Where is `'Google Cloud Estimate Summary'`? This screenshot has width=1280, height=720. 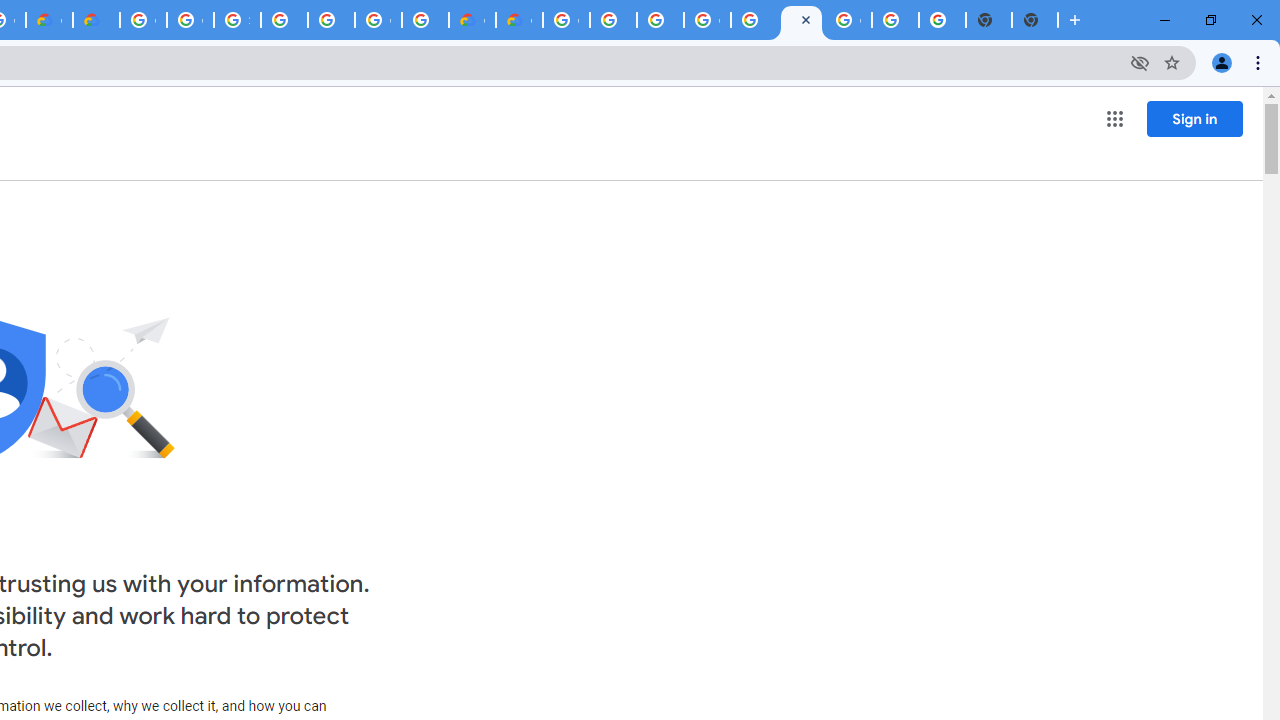 'Google Cloud Estimate Summary' is located at coordinates (519, 20).